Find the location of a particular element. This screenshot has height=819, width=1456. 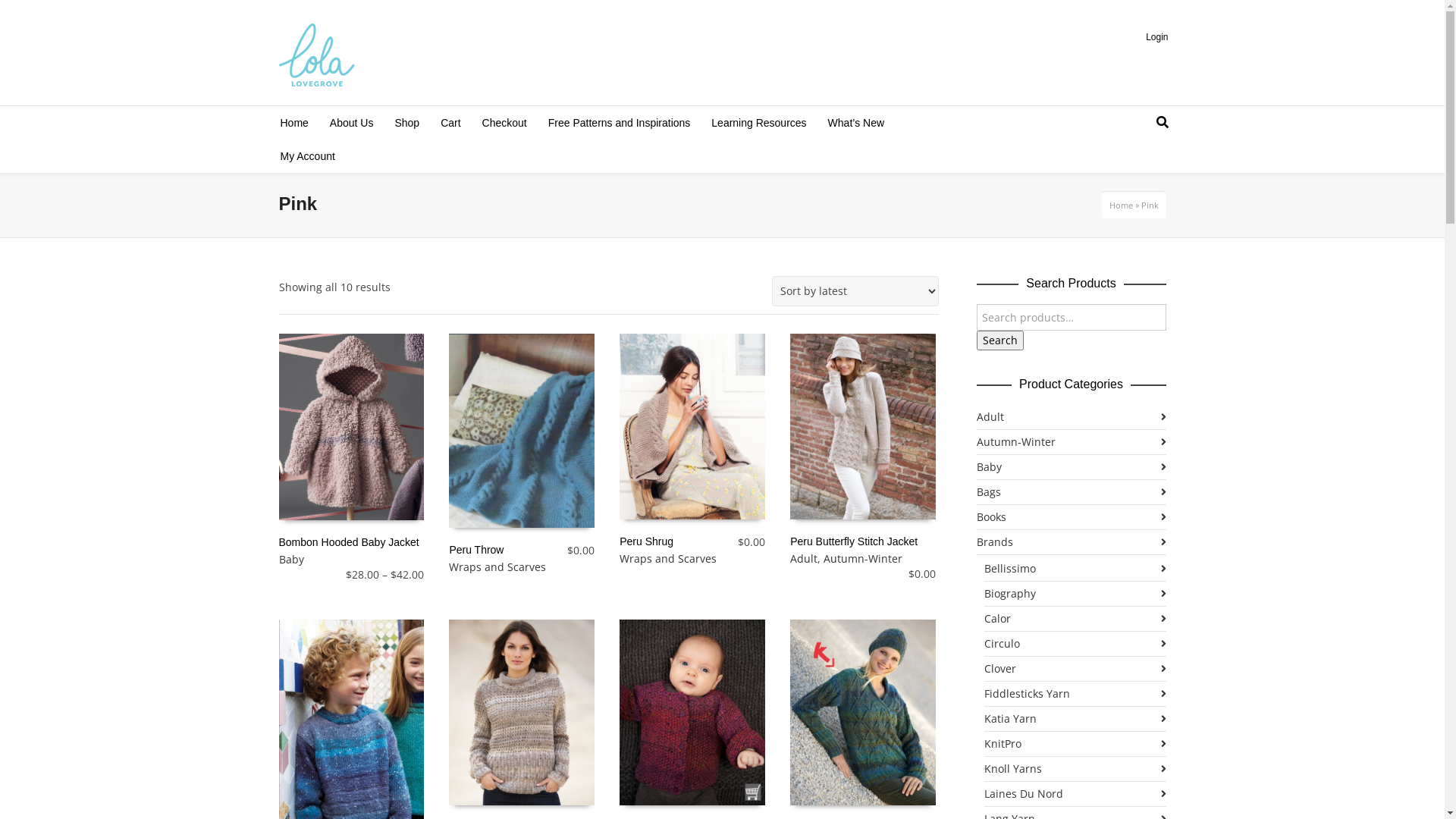

'About Us' is located at coordinates (351, 122).